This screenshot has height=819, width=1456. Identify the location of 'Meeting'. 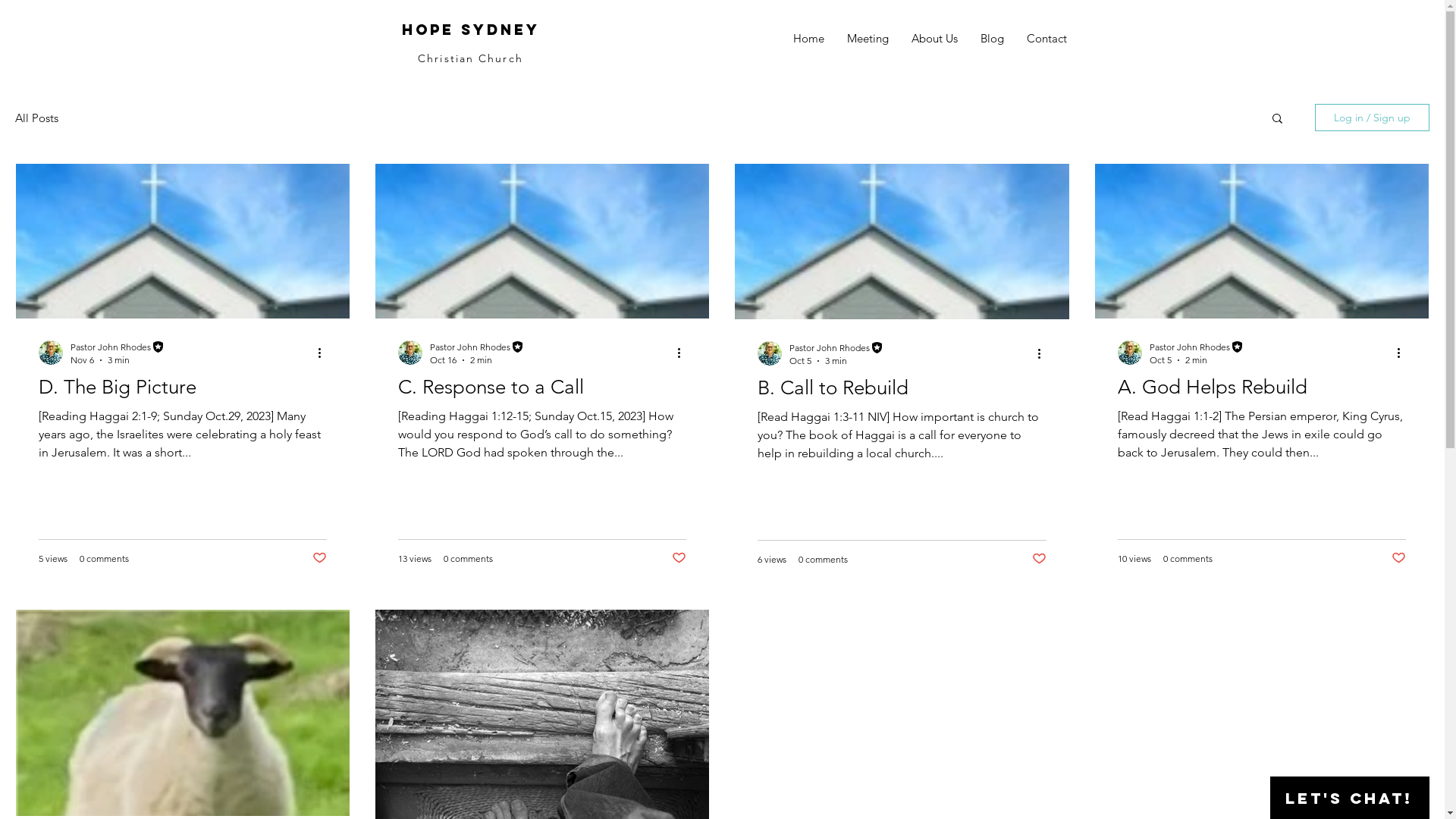
(868, 37).